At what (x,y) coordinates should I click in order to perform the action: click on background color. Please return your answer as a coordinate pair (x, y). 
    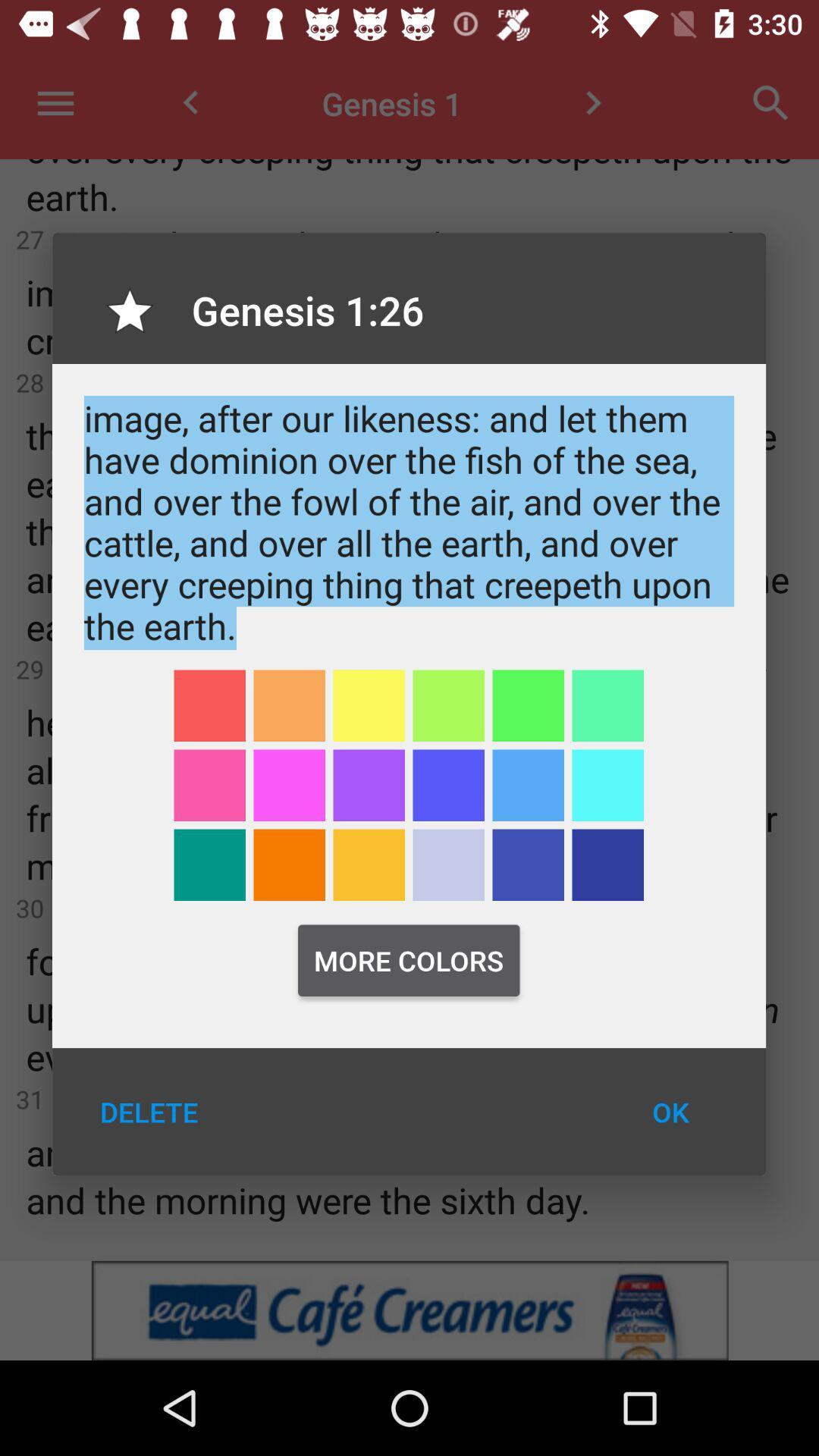
    Looking at the image, I should click on (527, 704).